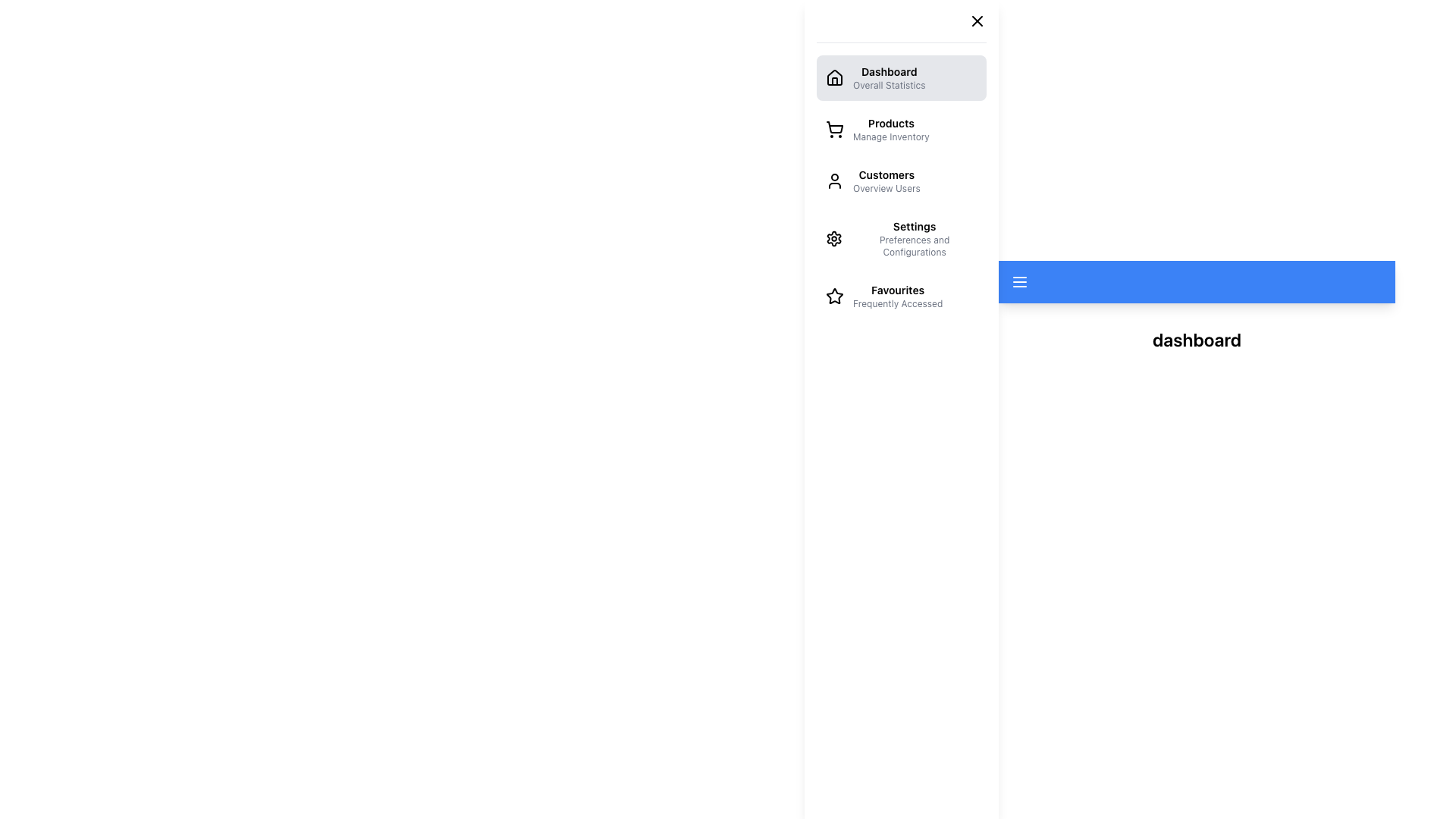 This screenshot has width=1456, height=819. Describe the element at coordinates (889, 85) in the screenshot. I see `the text label displaying 'Overall Statistics' located immediately below the 'Dashboard' label in the navigation menu` at that location.